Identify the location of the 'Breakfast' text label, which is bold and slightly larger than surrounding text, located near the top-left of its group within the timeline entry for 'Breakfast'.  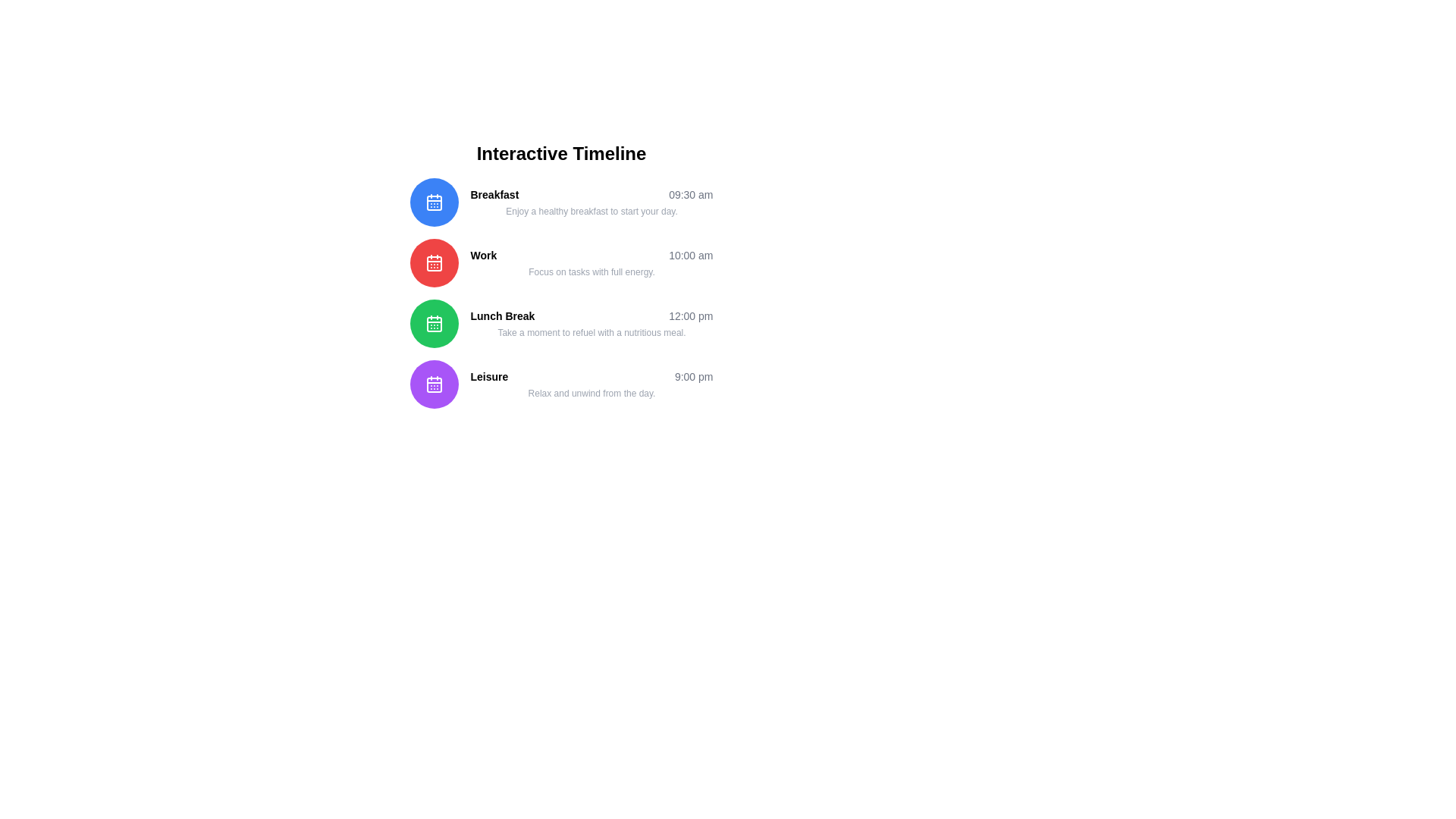
(494, 194).